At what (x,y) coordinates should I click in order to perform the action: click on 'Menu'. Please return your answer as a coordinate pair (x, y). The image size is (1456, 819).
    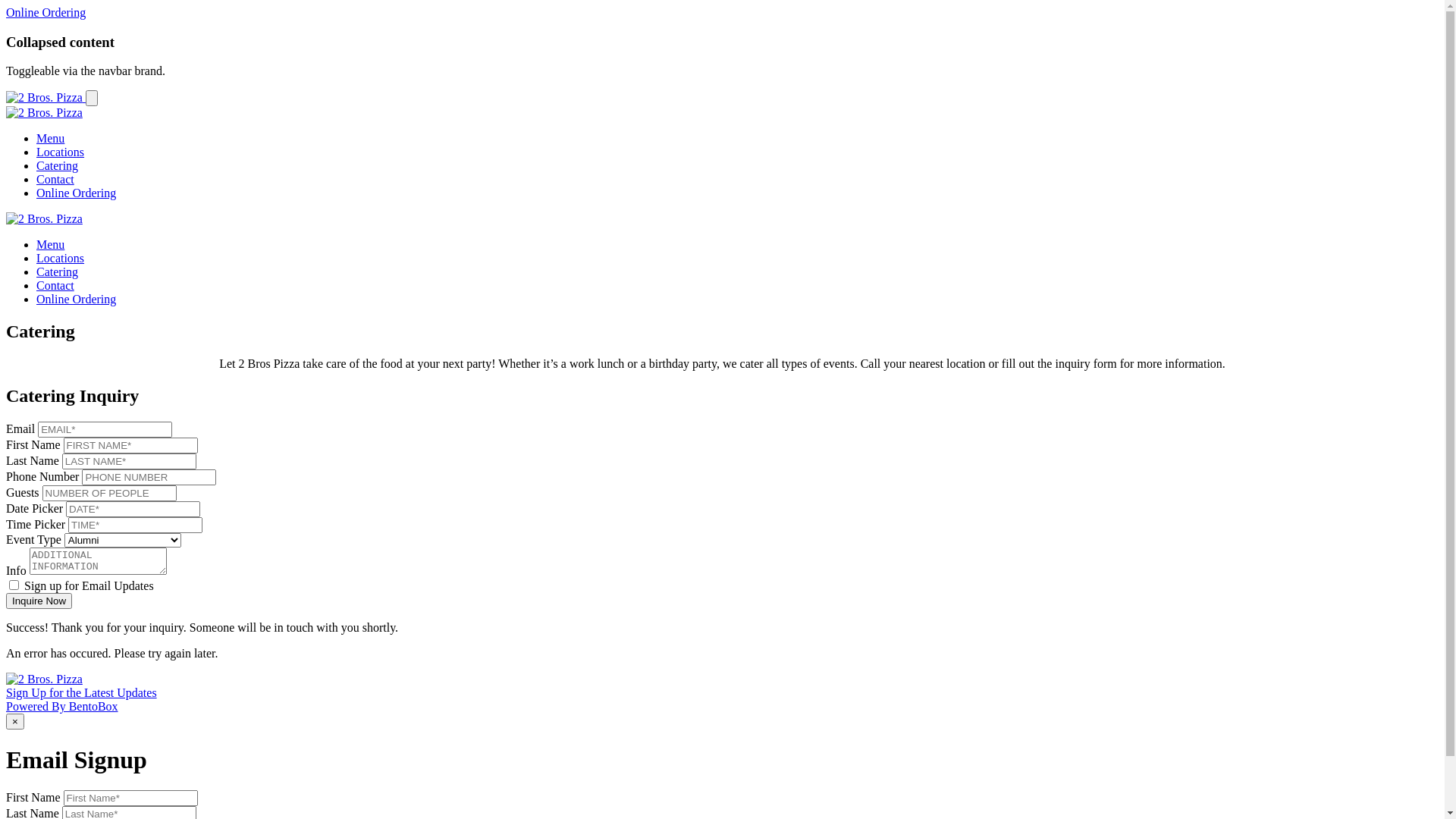
    Looking at the image, I should click on (50, 243).